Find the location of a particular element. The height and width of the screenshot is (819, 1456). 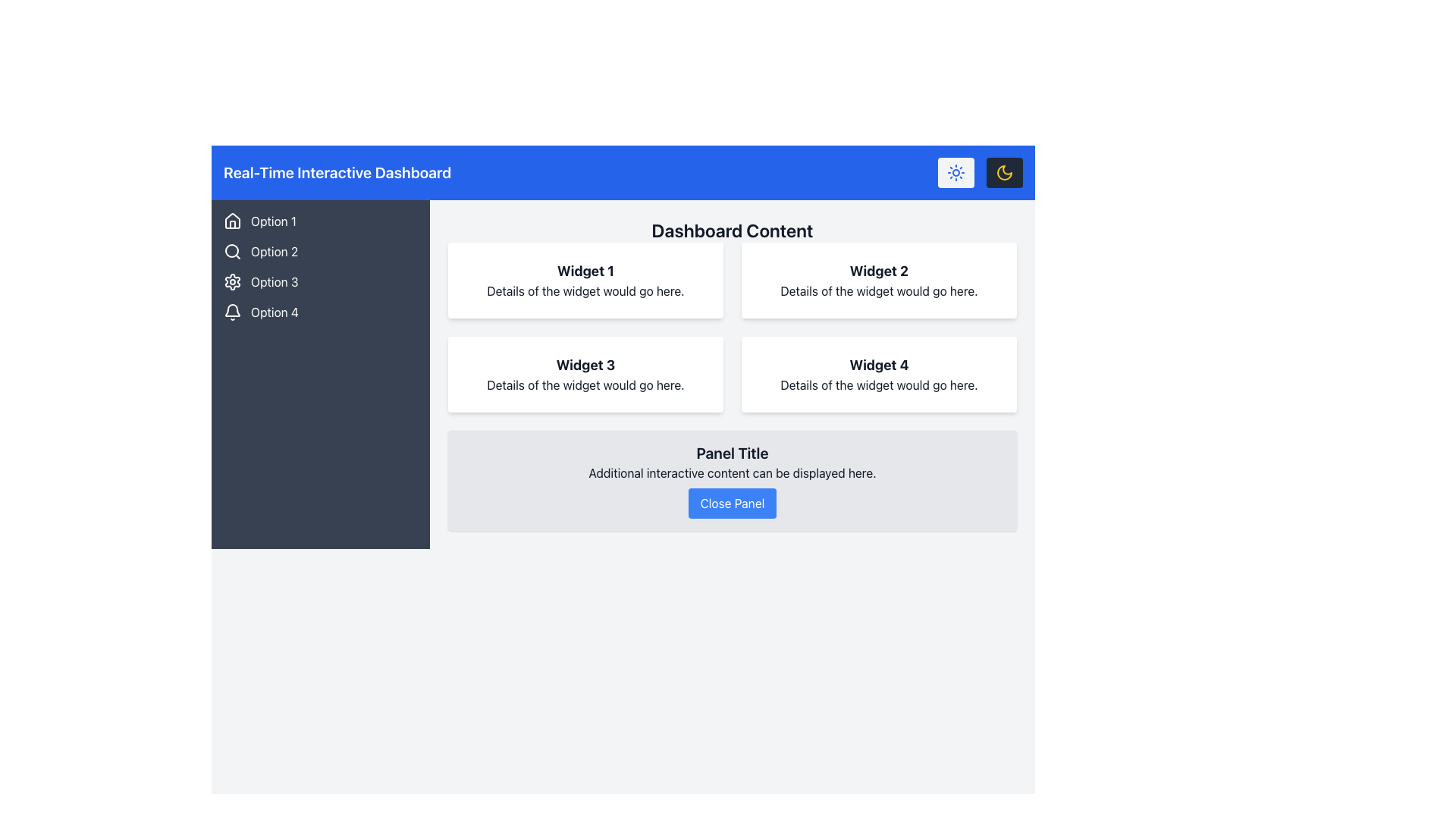

the 'Close Panel' button is located at coordinates (732, 503).